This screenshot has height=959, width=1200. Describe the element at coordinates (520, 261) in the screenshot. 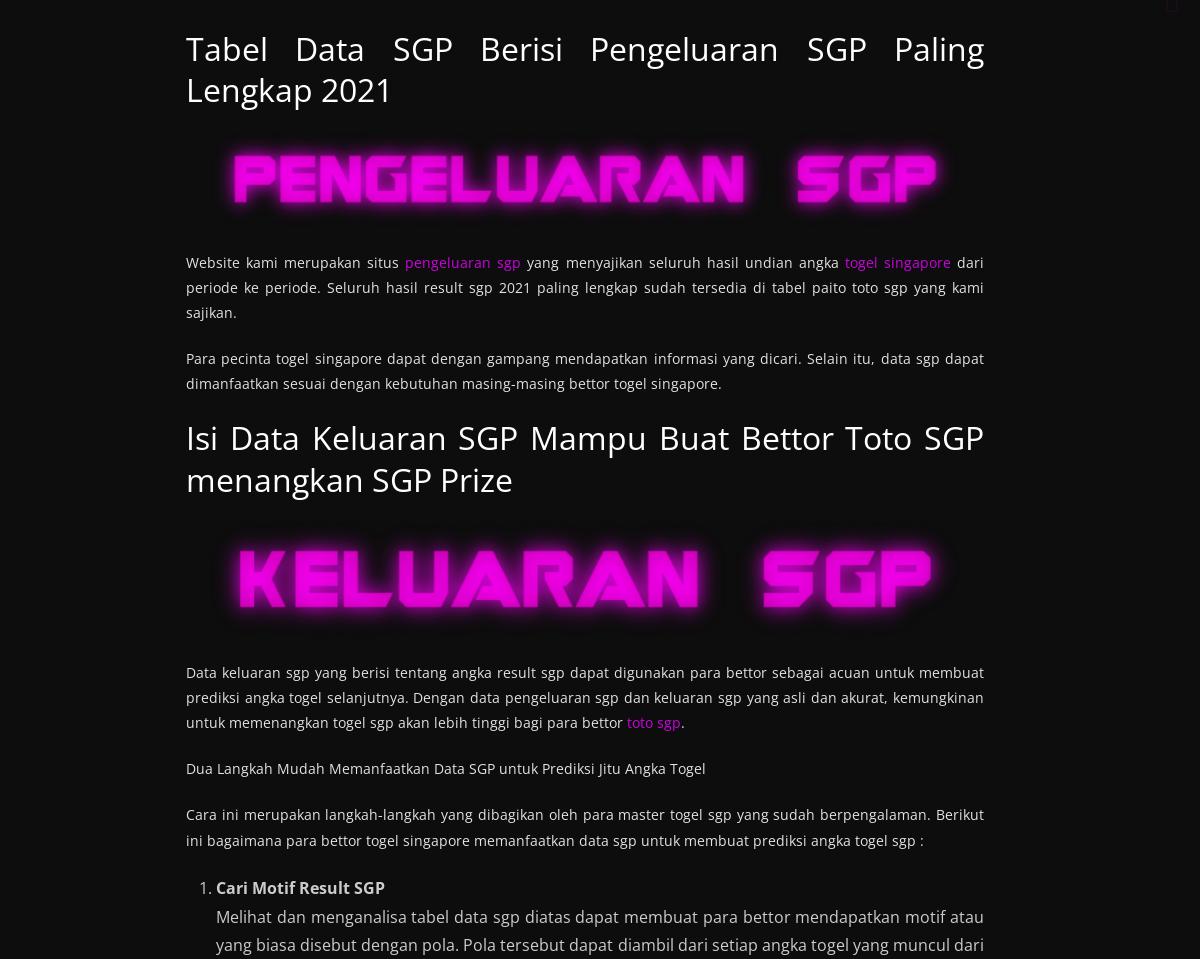

I see `'yang menyajikan seluruh hasil undian angka'` at that location.